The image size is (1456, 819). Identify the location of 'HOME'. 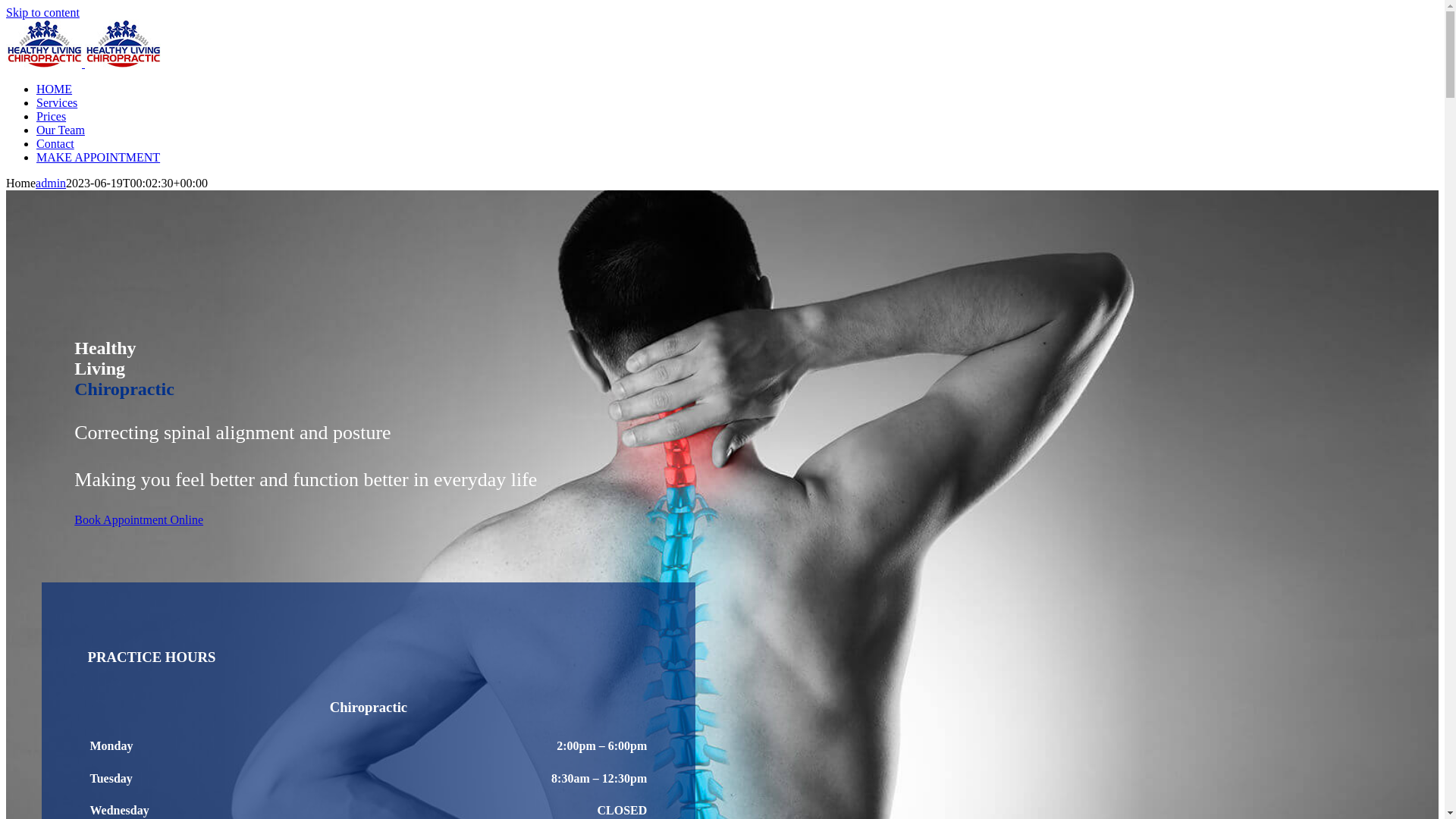
(54, 89).